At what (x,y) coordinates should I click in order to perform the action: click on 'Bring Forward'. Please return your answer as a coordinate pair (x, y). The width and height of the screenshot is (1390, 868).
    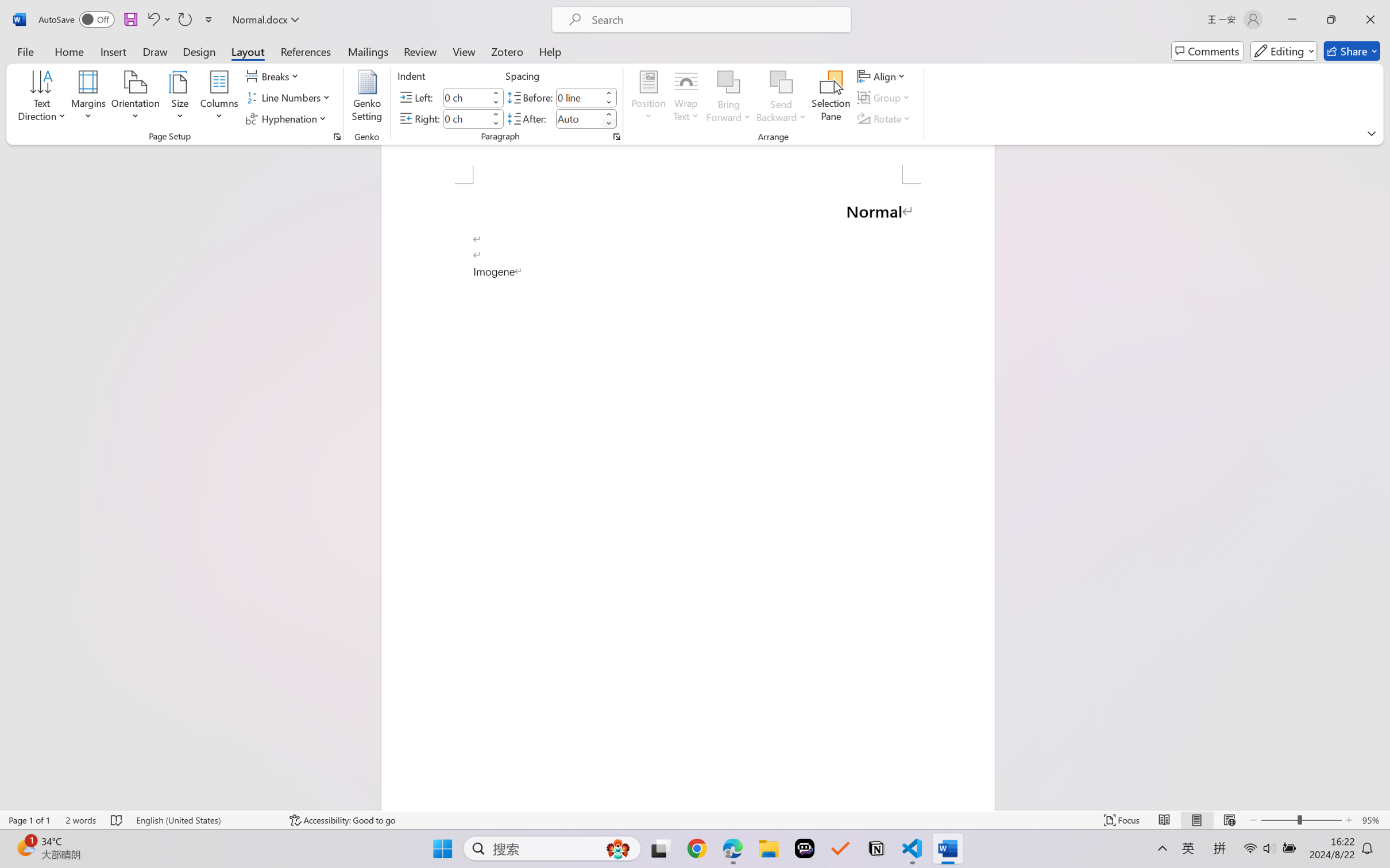
    Looking at the image, I should click on (729, 82).